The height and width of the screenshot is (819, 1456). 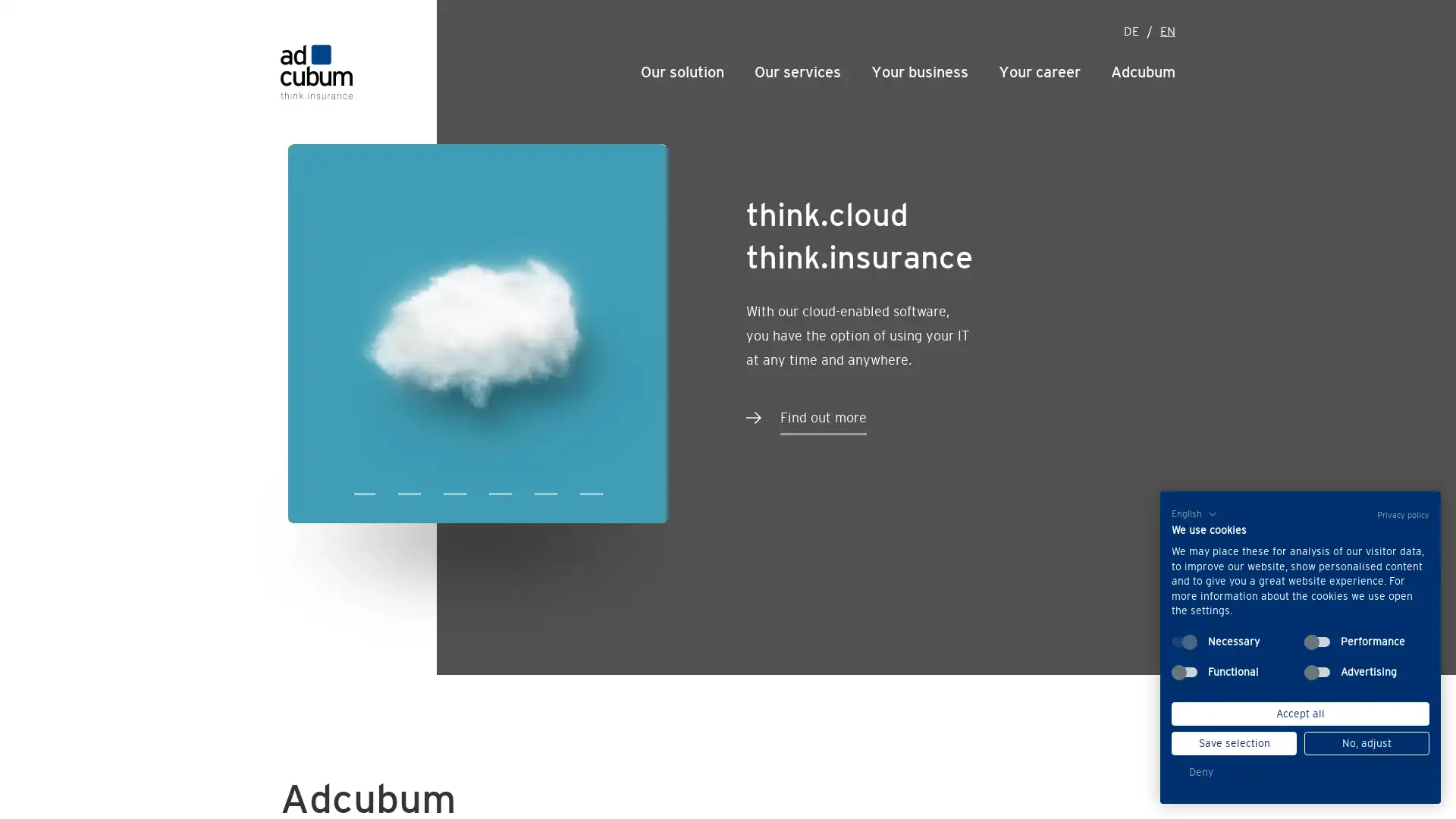 What do you see at coordinates (1185, 513) in the screenshot?
I see `English` at bounding box center [1185, 513].